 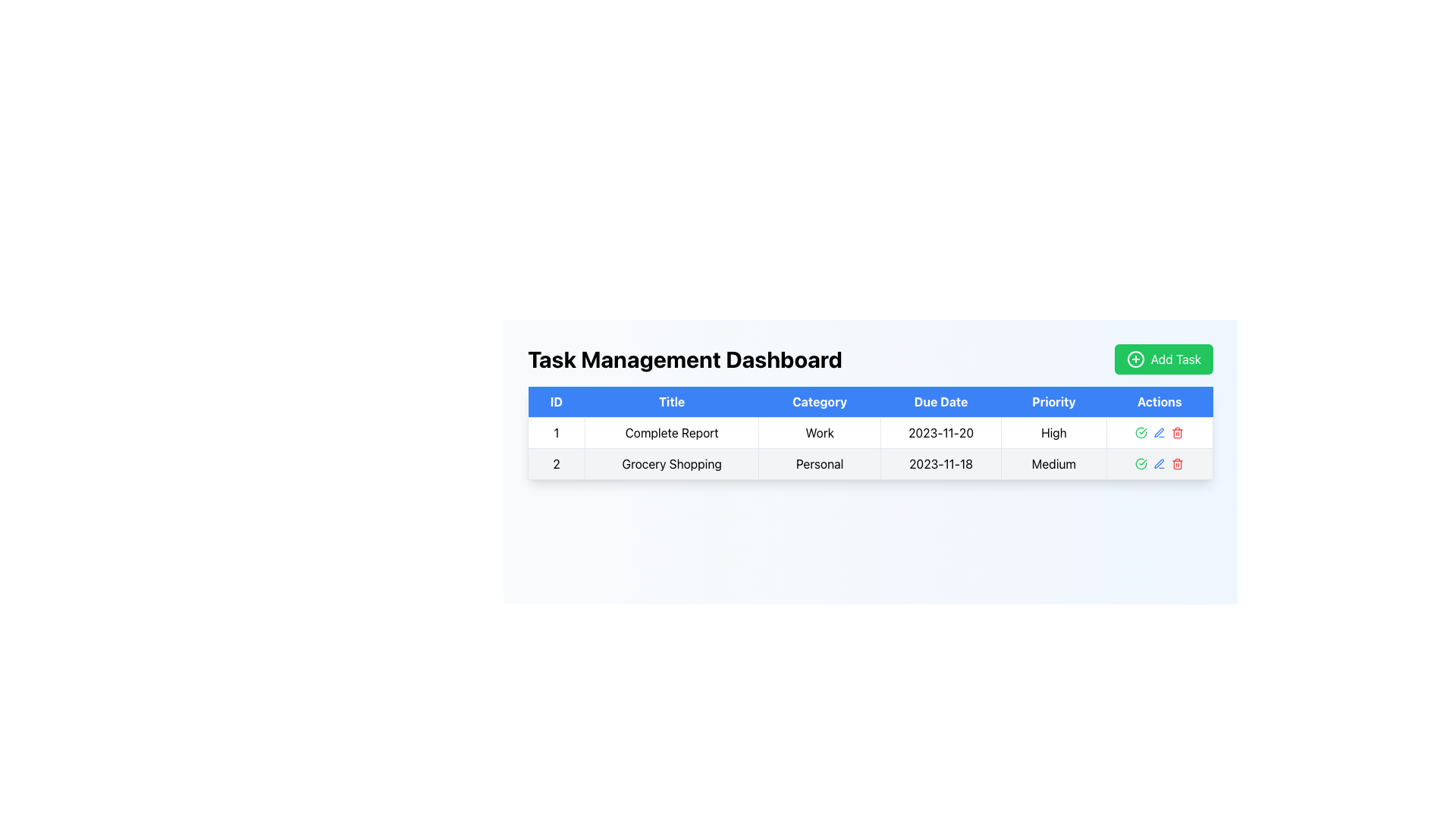 I want to click on the thin diagonal pencil-like icon in the 'Actions' column of the second row in the task management table, so click(x=1158, y=432).